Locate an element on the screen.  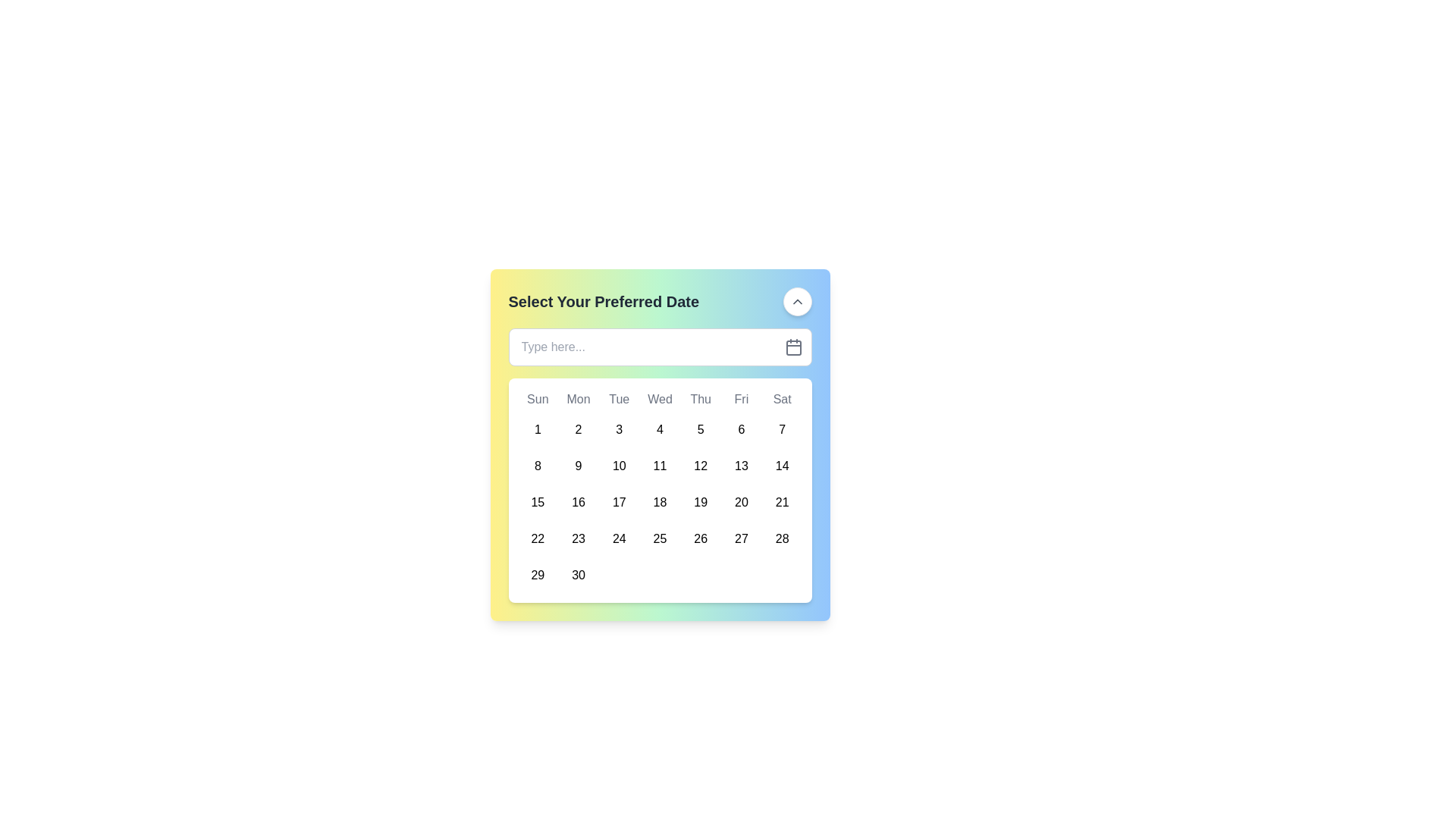
the calendar icon button located on the far right side of the text input field is located at coordinates (792, 347).